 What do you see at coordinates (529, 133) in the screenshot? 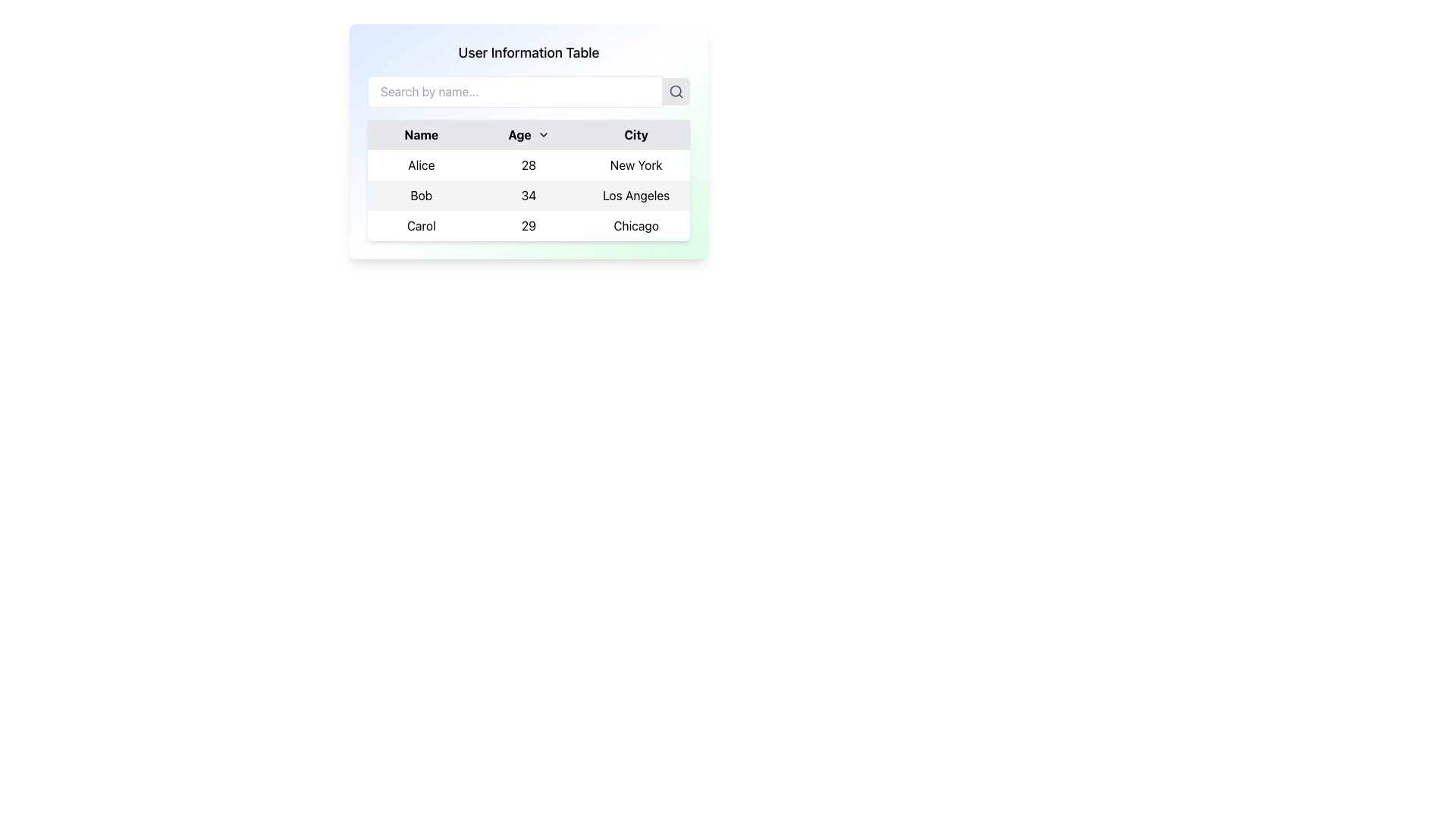
I see `the 'Age' column header in the sortable table` at bounding box center [529, 133].